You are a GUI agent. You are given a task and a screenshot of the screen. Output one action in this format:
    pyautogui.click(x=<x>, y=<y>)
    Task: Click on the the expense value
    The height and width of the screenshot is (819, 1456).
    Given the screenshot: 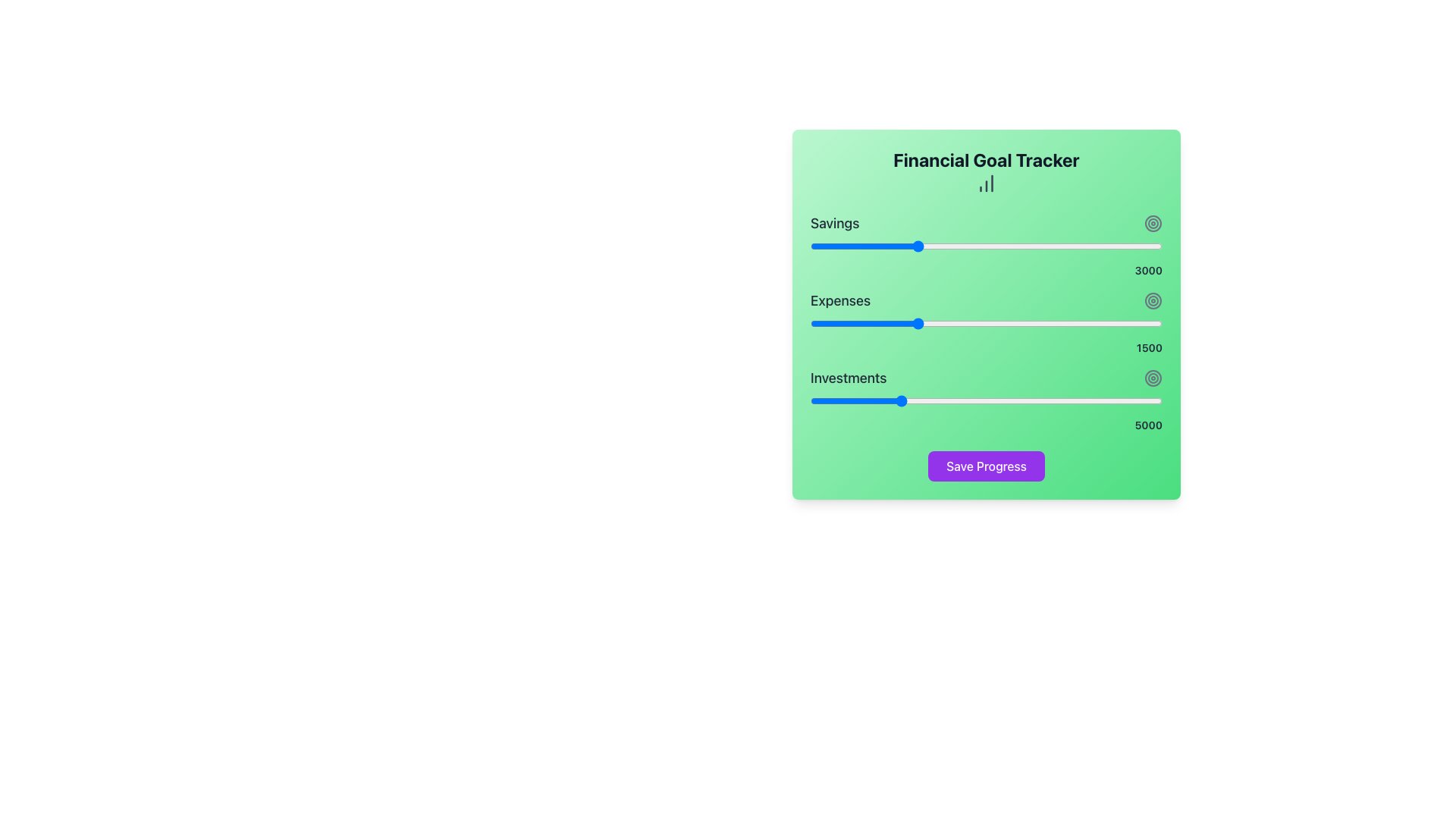 What is the action you would take?
    pyautogui.click(x=1078, y=323)
    